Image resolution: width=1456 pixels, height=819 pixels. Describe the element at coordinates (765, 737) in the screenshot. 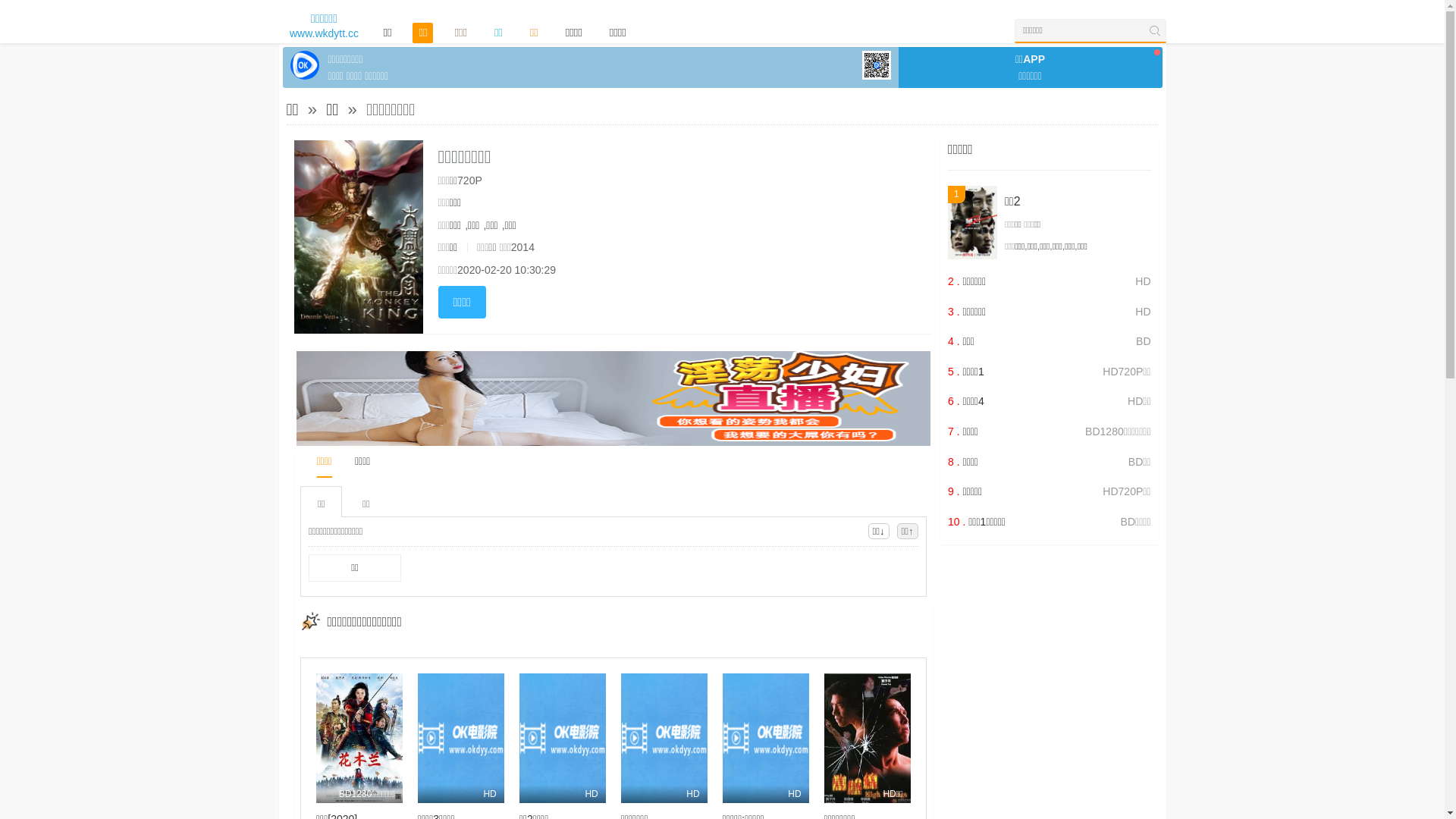

I see `'HD'` at that location.